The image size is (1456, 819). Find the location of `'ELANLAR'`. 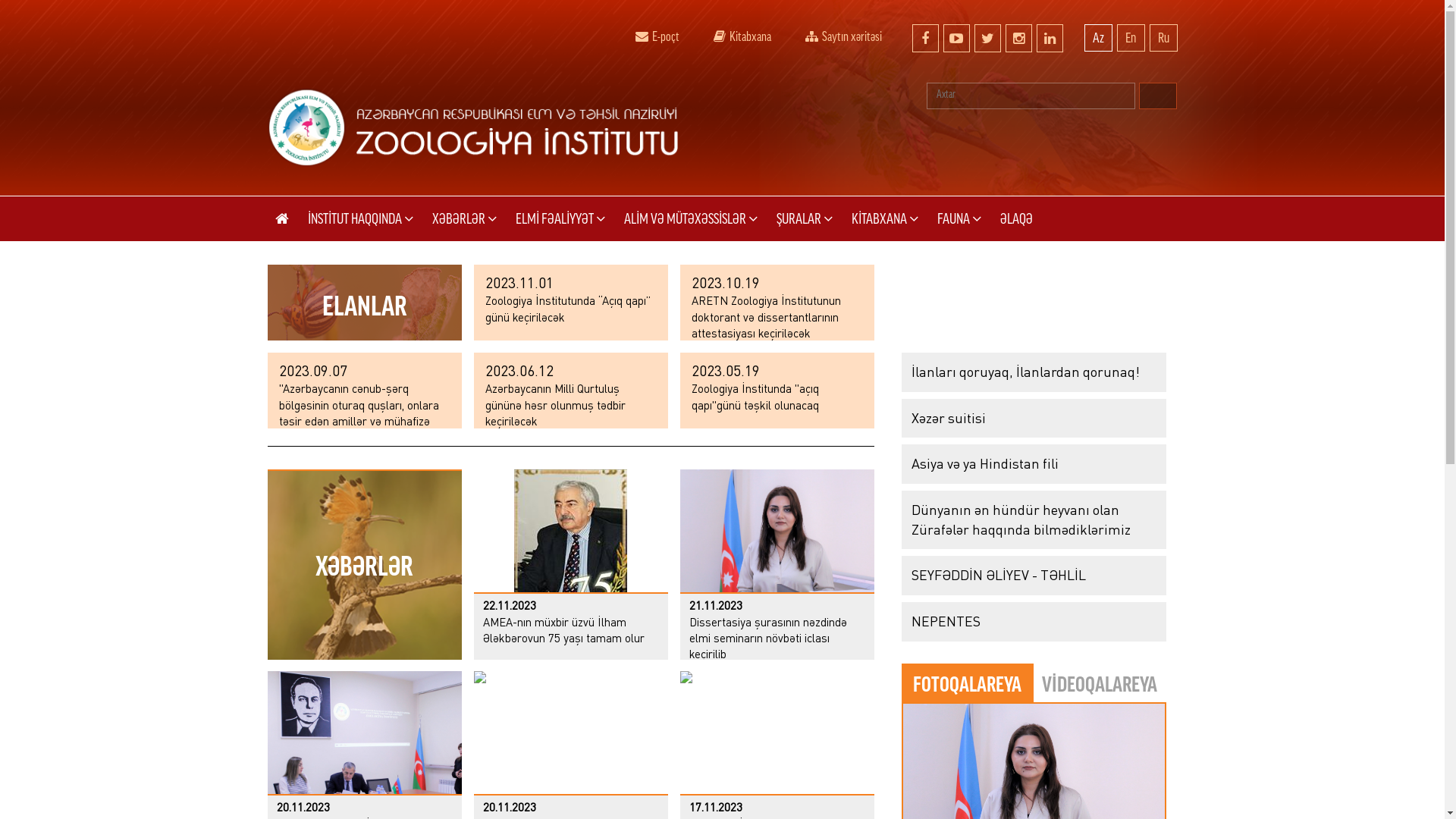

'ELANLAR' is located at coordinates (266, 302).